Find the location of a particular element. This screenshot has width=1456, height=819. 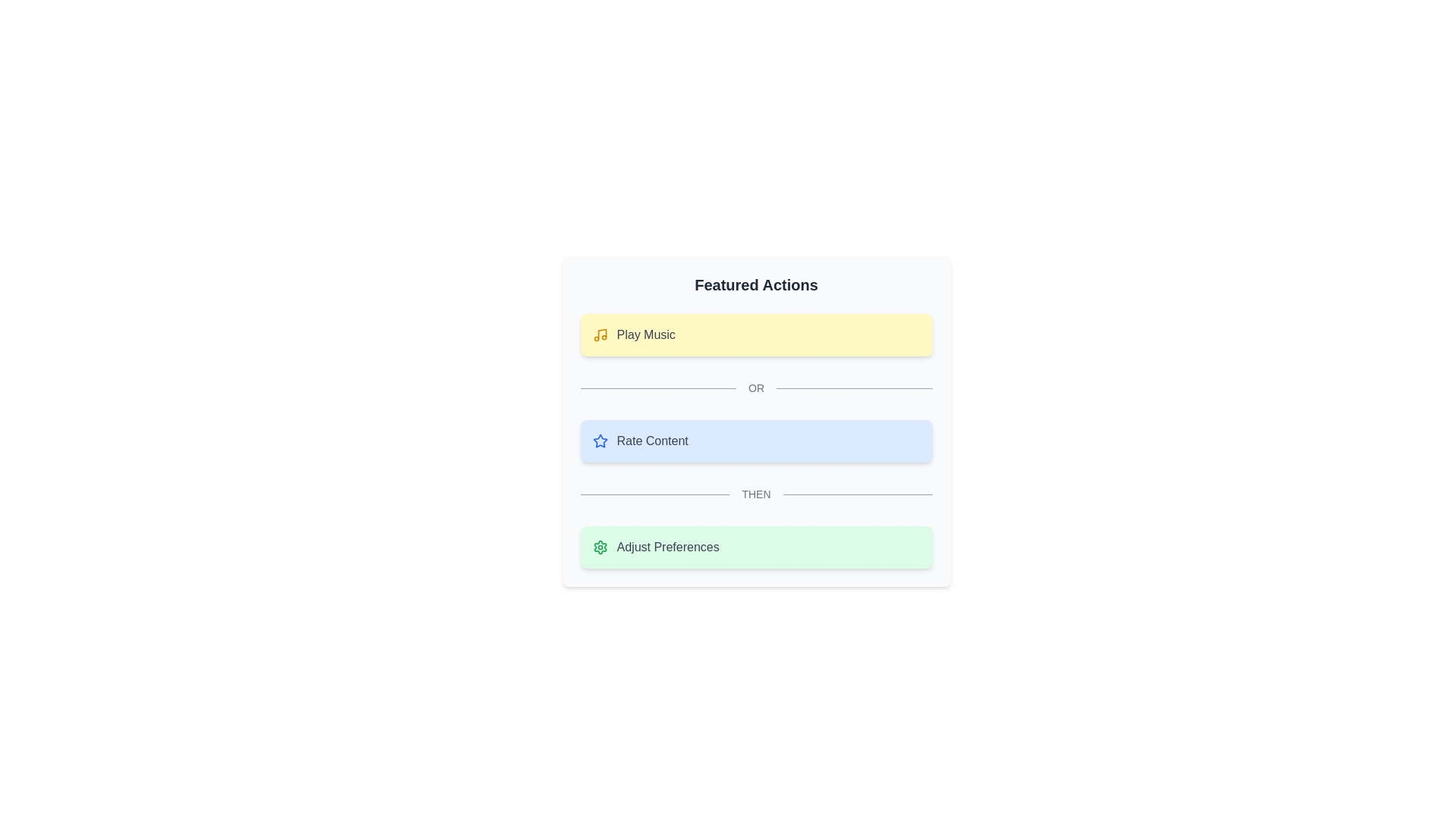

the Divider with text that visually separates the 'Play Music' button section and the 'Rate Content' section, located centrally in the layout is located at coordinates (756, 388).